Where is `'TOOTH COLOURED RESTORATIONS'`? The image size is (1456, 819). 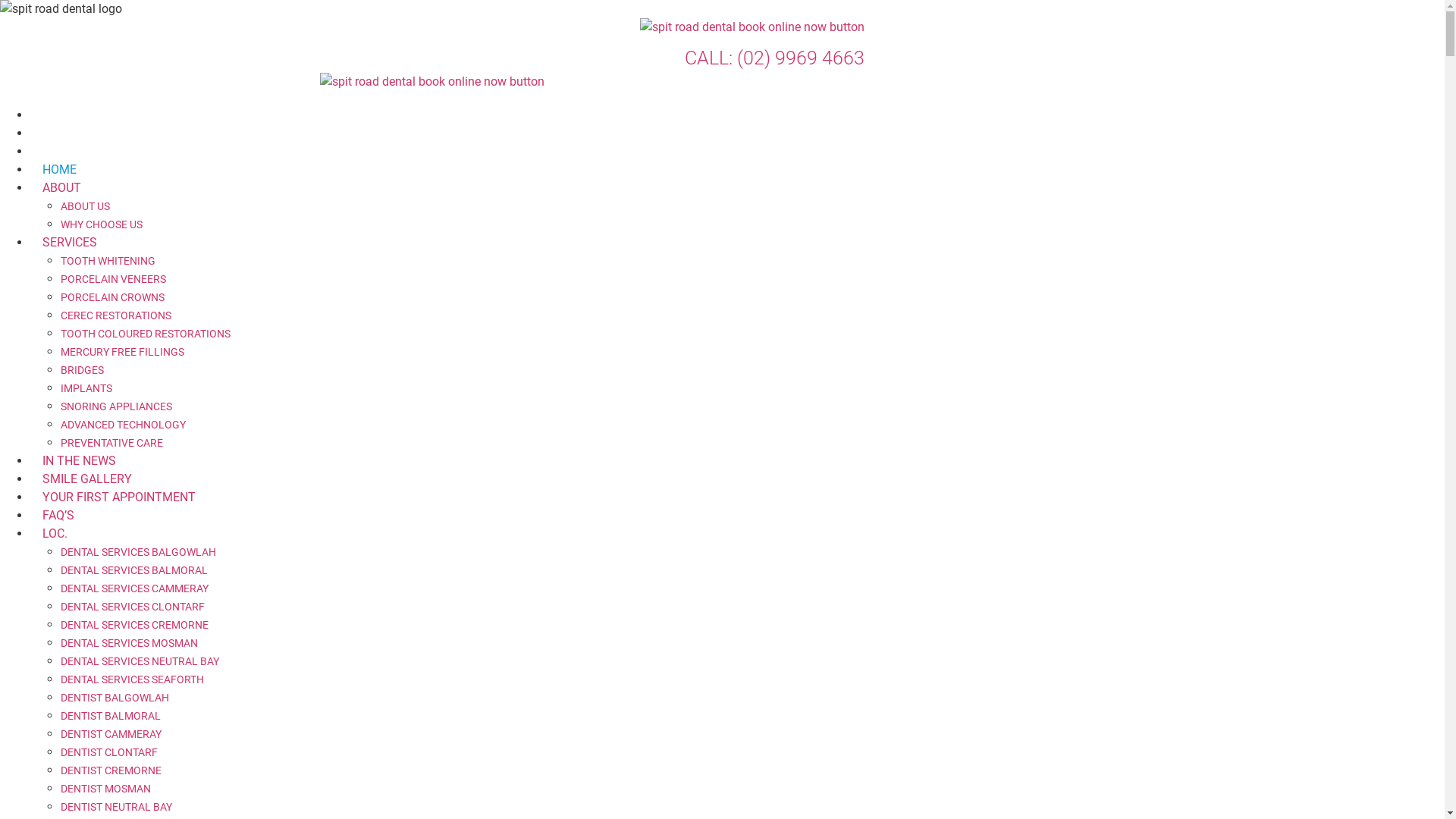 'TOOTH COLOURED RESTORATIONS' is located at coordinates (146, 332).